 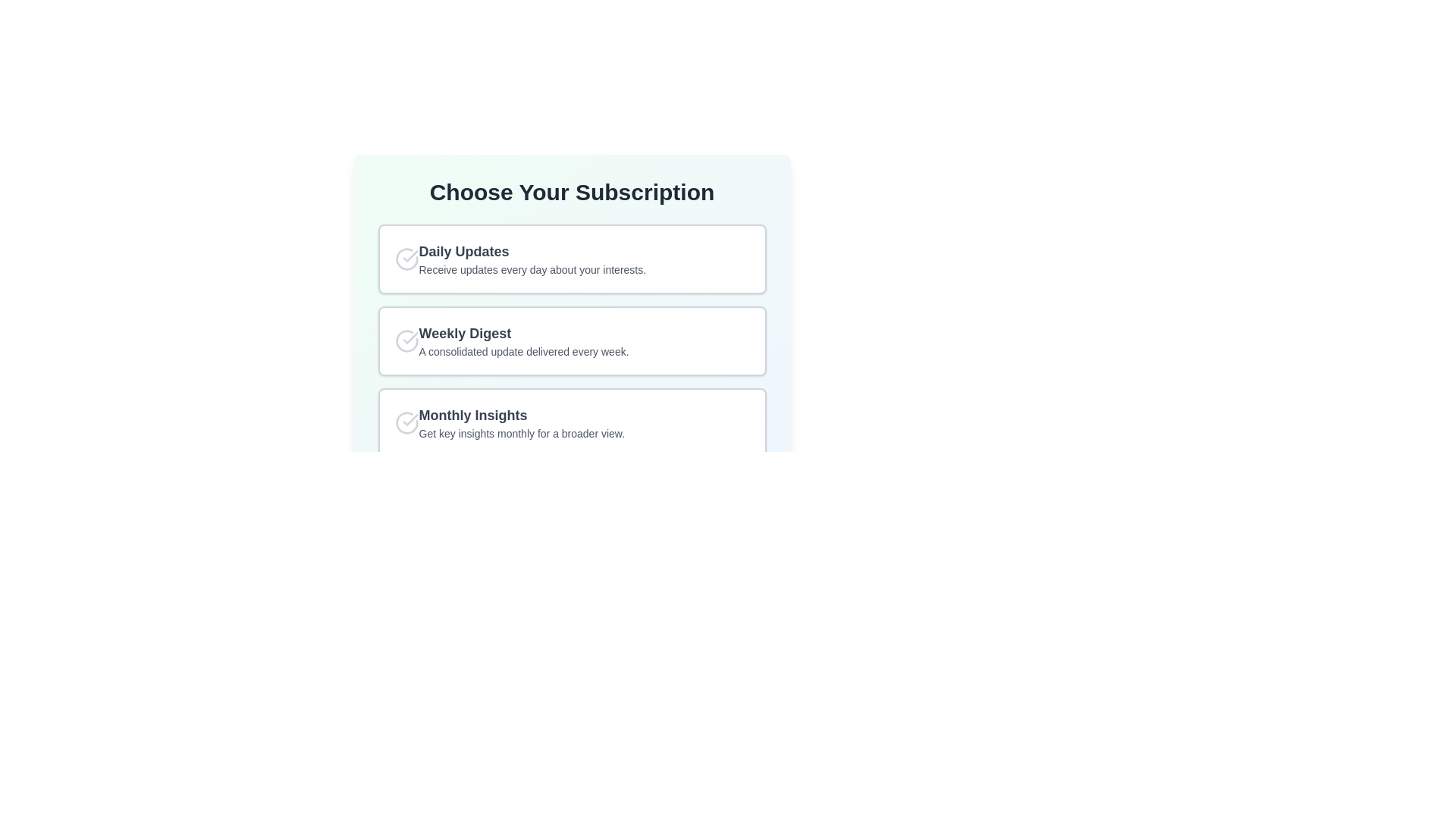 I want to click on the text label displaying 'Monthly Insights', which is bold and larger in size, styled in dark gray against a light background, located in the third section of subscription options, so click(x=522, y=415).